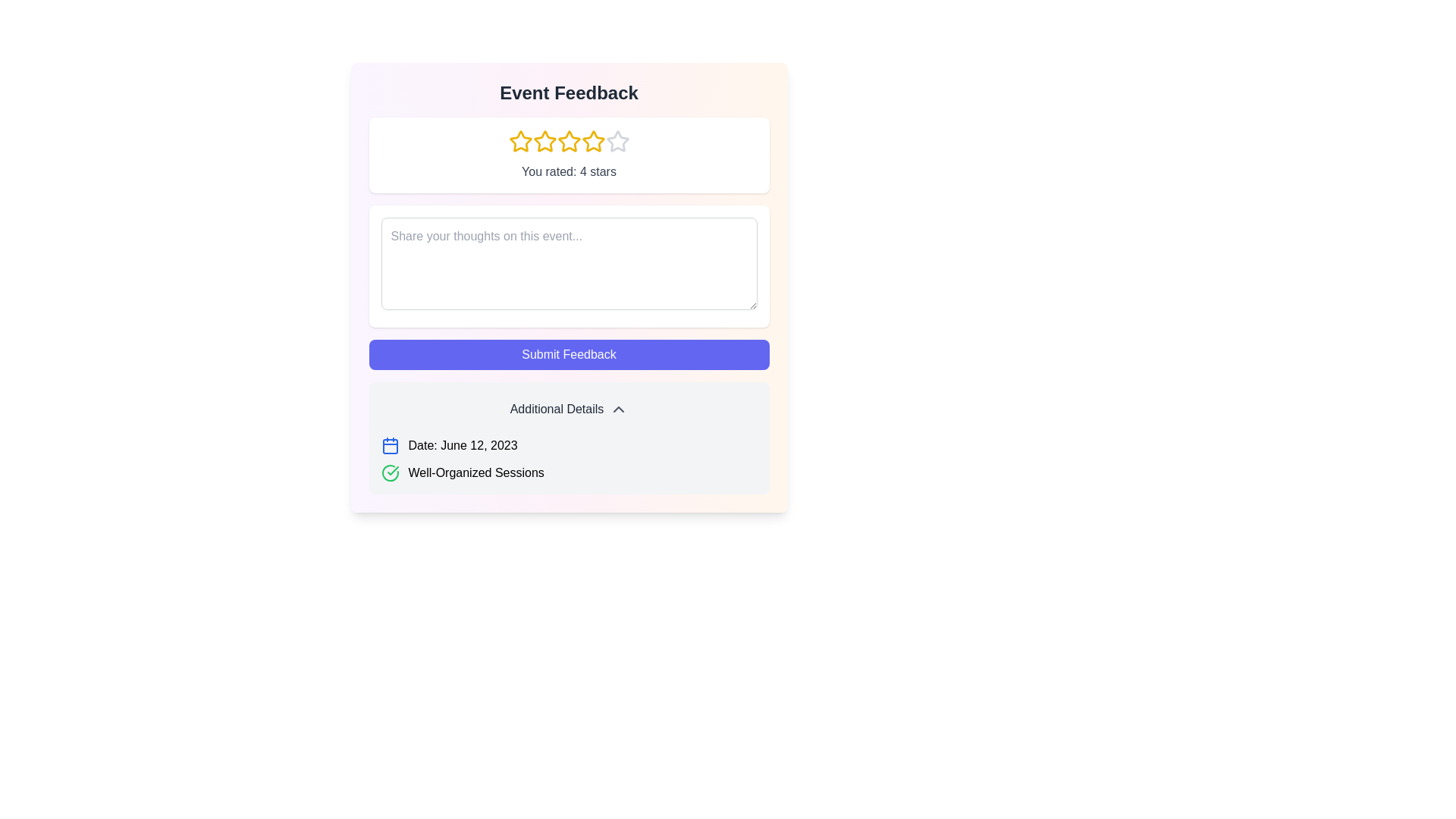 This screenshot has height=819, width=1456. Describe the element at coordinates (568, 438) in the screenshot. I see `additional details displayed in the Information box with a light gray background, containing the title 'Additional Details' and sections for 'Date' and 'Well-Organized Sessions'` at that location.